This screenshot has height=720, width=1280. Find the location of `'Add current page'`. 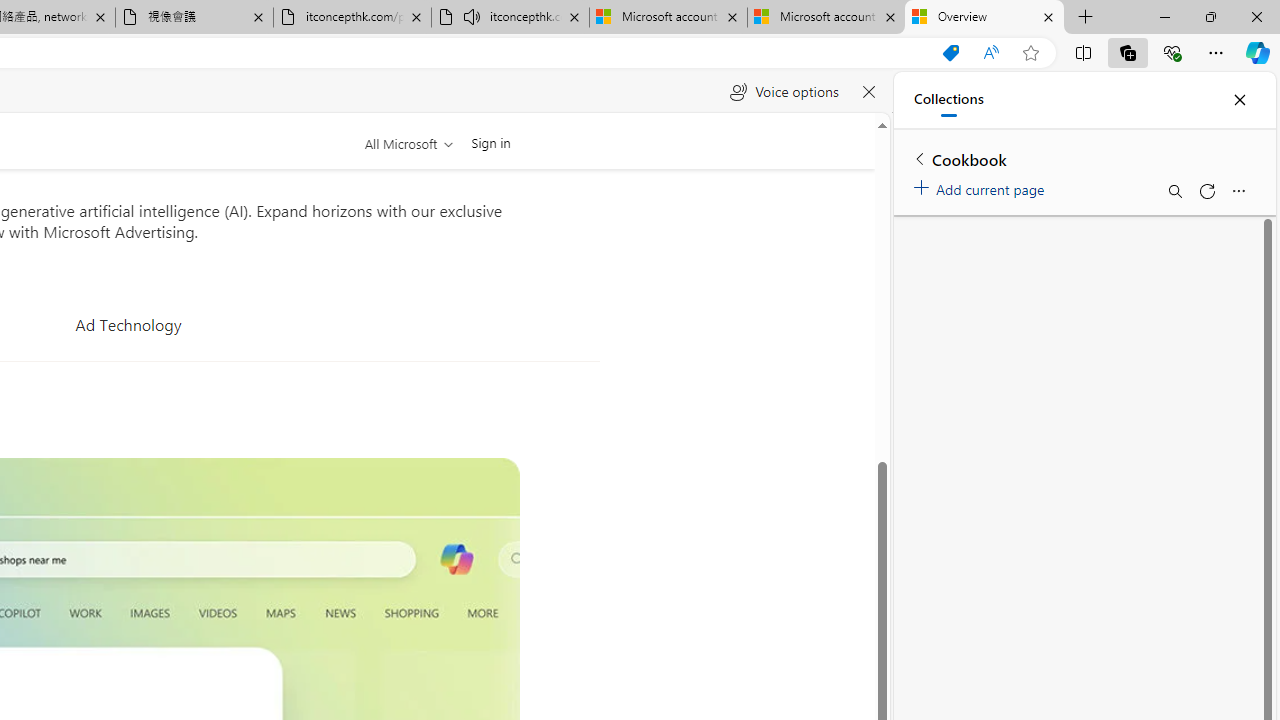

'Add current page' is located at coordinates (983, 186).